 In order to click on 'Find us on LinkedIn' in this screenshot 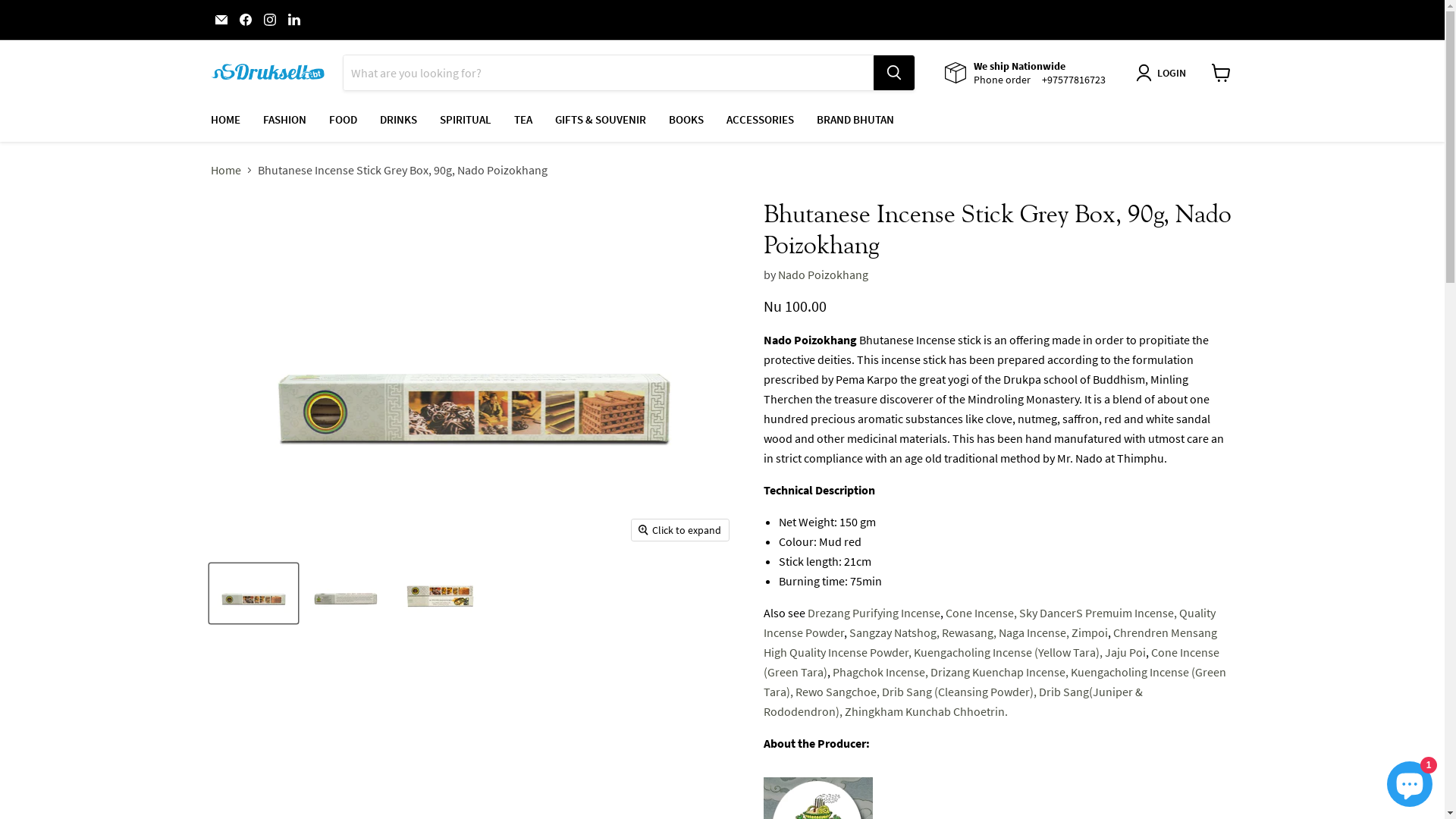, I will do `click(284, 20)`.